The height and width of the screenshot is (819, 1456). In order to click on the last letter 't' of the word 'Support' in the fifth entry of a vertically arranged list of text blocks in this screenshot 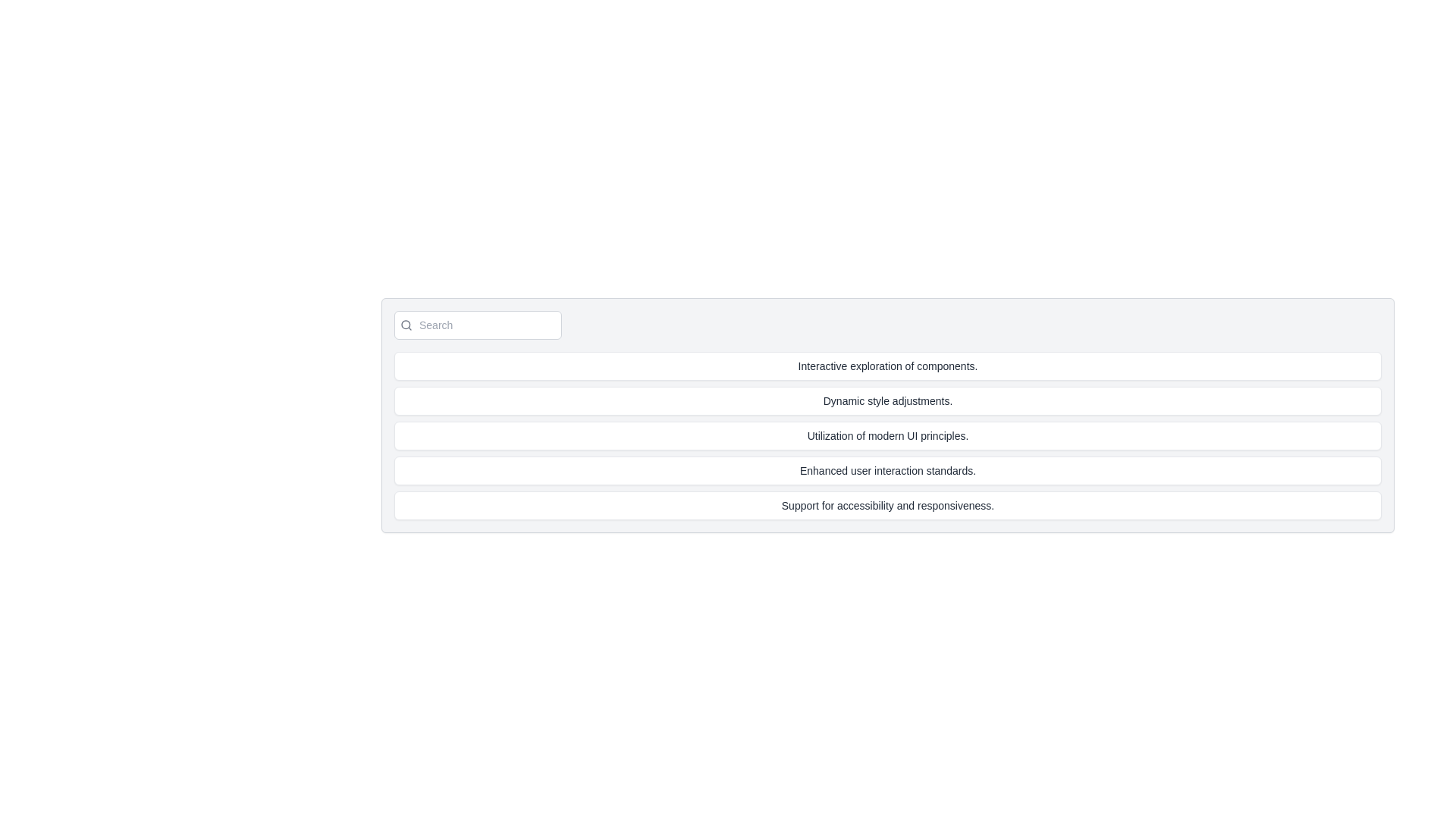, I will do `click(816, 506)`.